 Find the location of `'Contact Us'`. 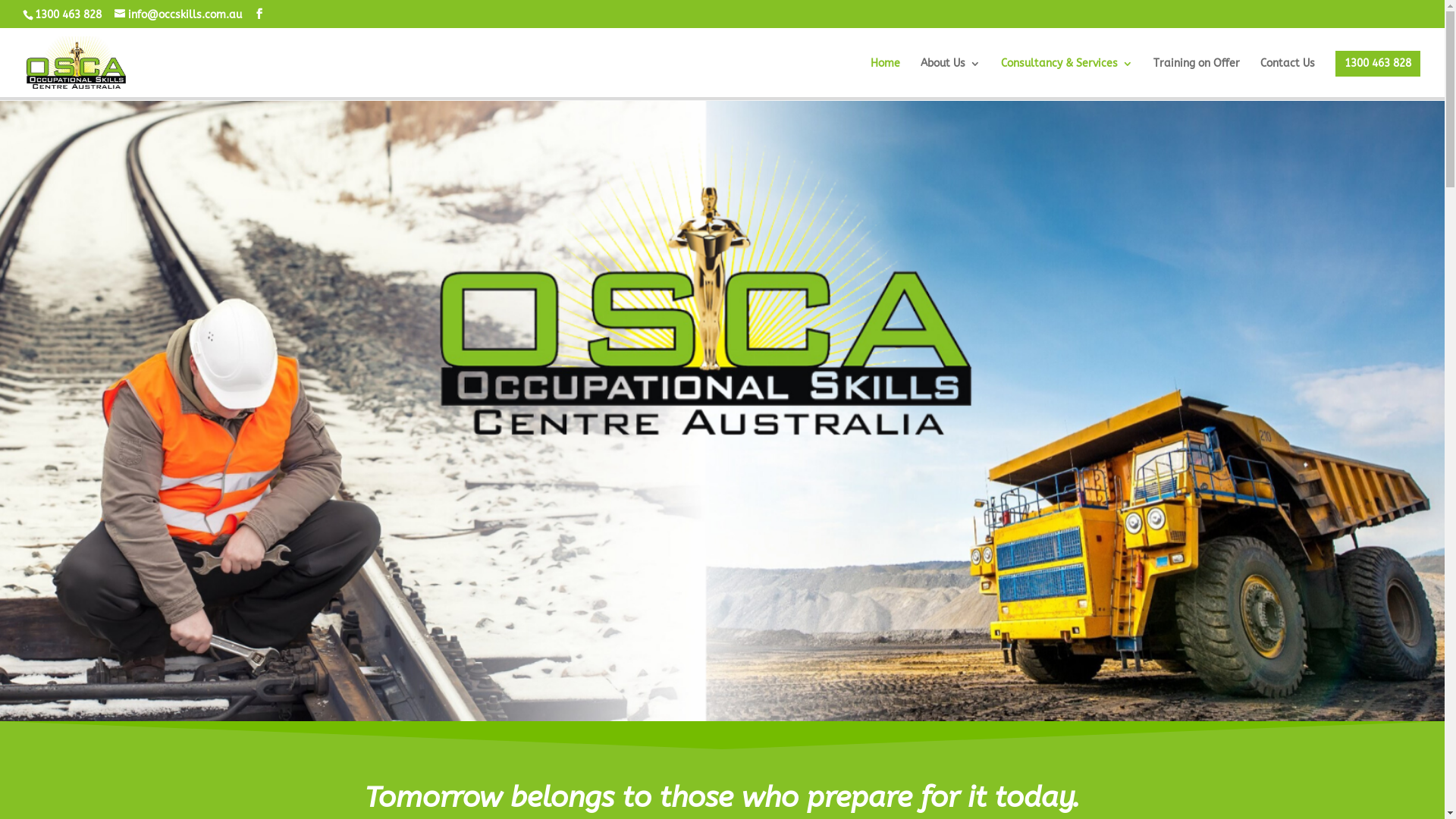

'Contact Us' is located at coordinates (1287, 75).